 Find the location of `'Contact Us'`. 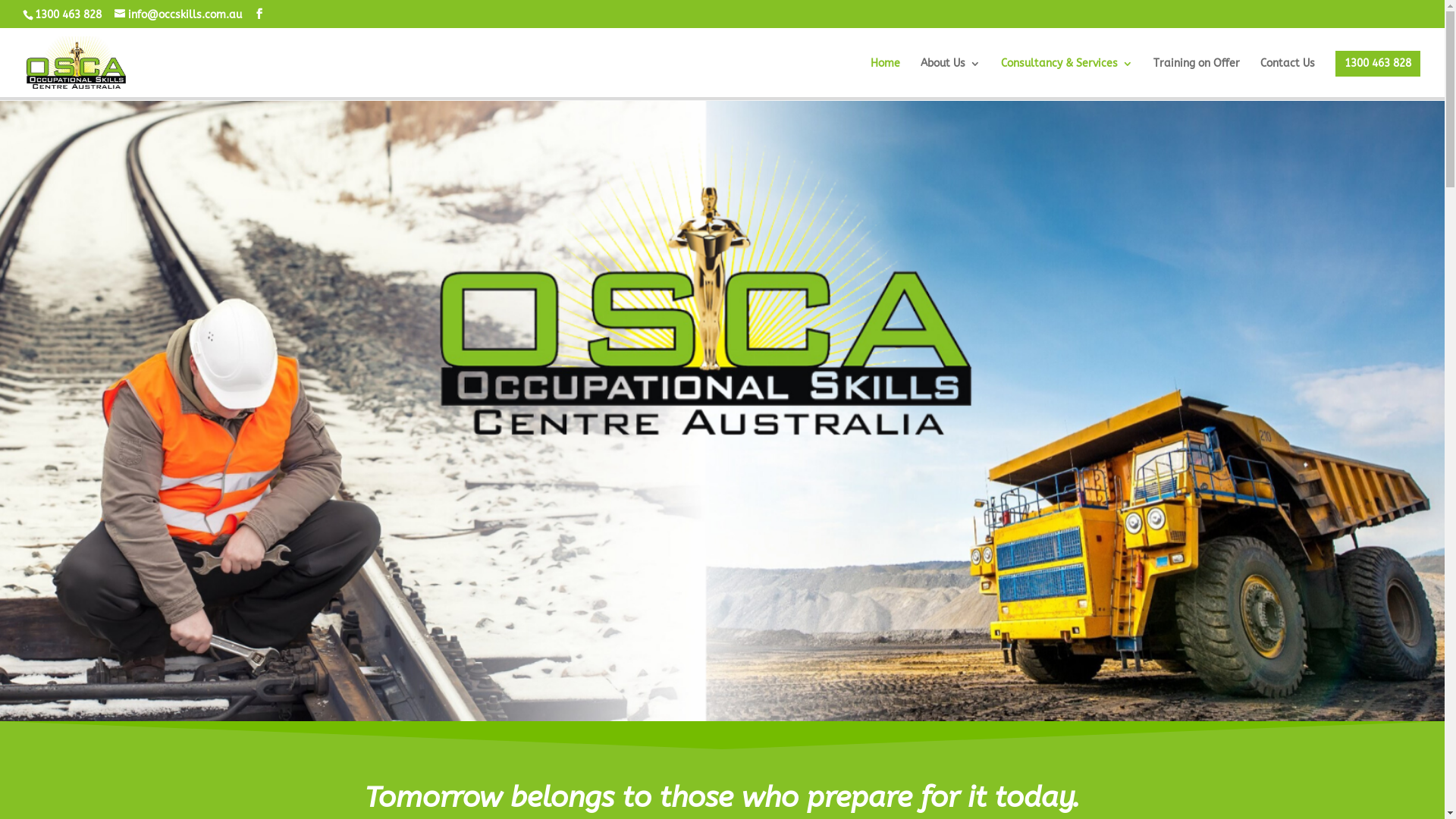

'Contact Us' is located at coordinates (1287, 75).